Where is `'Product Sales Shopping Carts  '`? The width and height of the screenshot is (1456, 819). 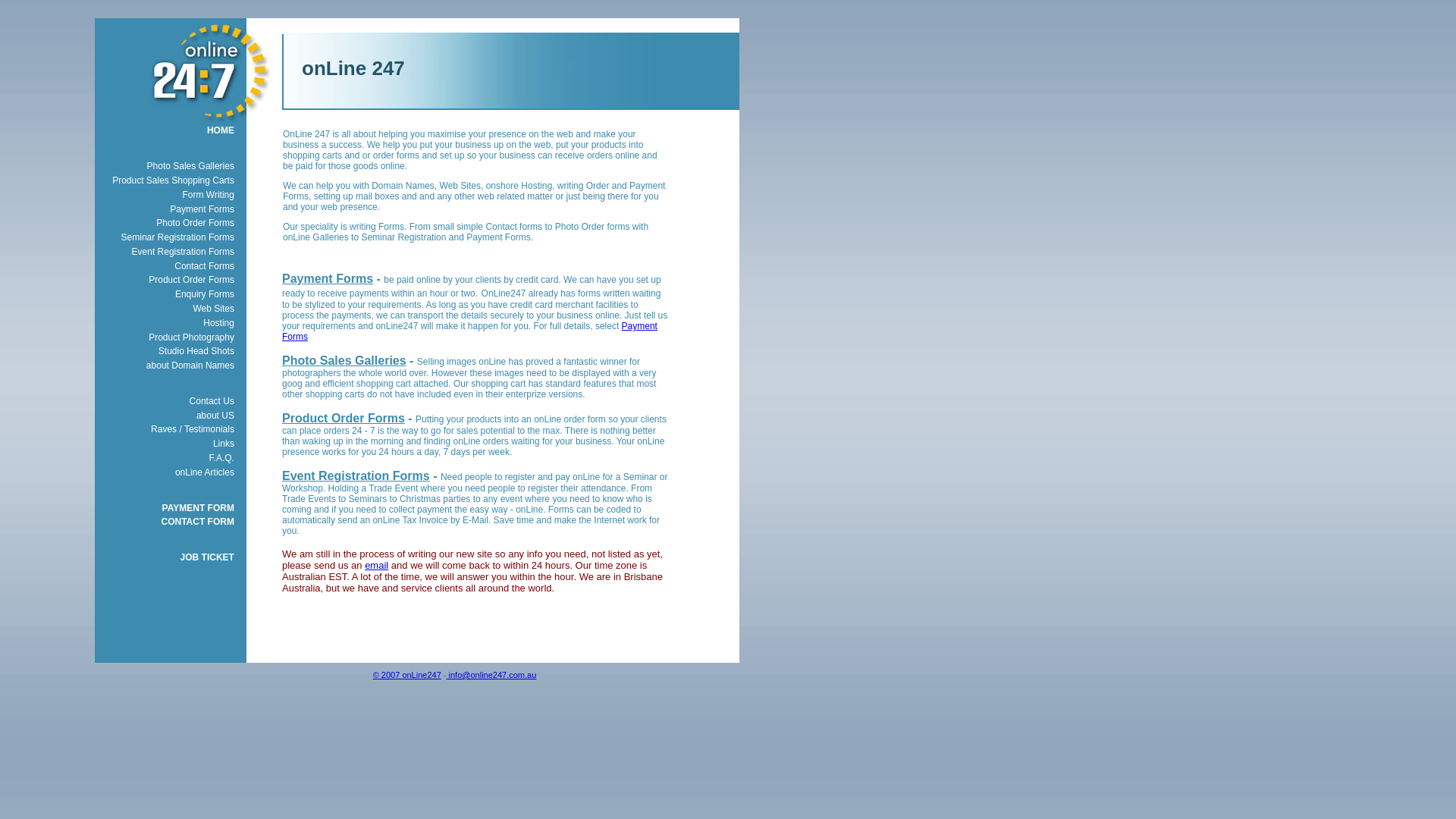 'Product Sales Shopping Carts  ' is located at coordinates (86, 180).